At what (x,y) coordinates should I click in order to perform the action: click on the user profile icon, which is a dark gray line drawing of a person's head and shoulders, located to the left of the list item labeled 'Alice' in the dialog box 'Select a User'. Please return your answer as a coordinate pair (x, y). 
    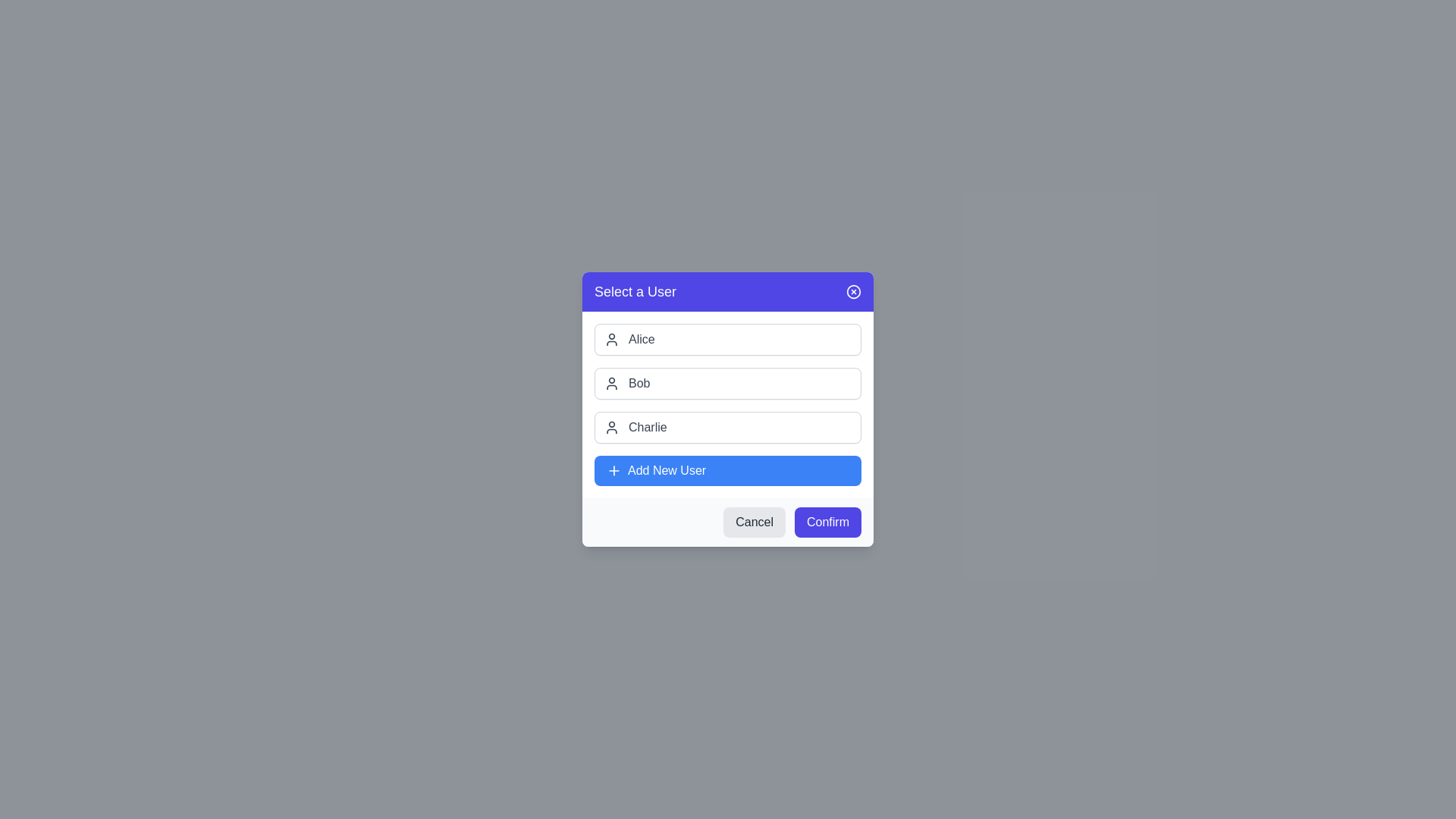
    Looking at the image, I should click on (611, 338).